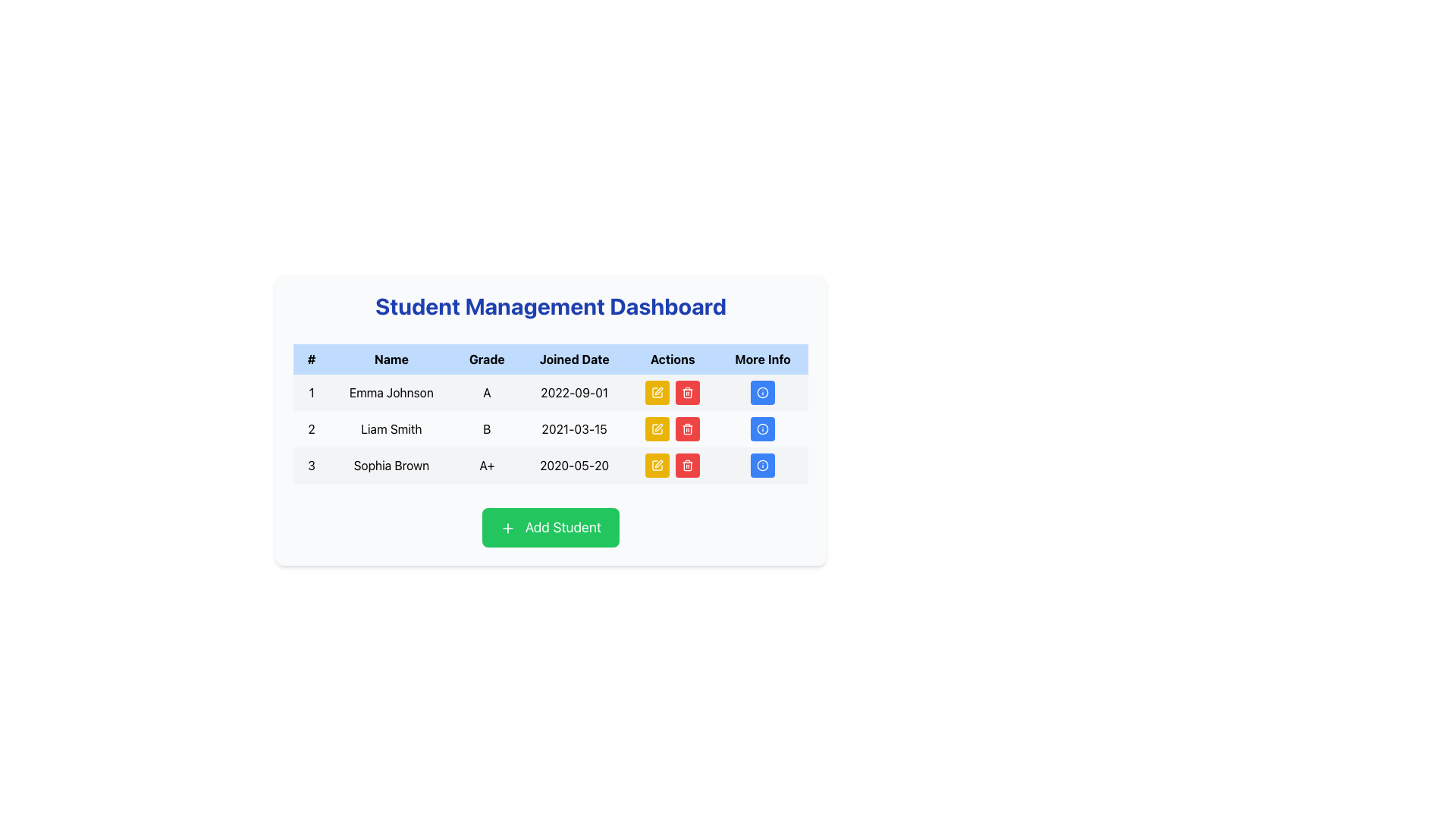 The width and height of the screenshot is (1456, 819). What do you see at coordinates (763, 464) in the screenshot?
I see `the circular information icon in the 'More Info' column of the third row for Sophia Brown` at bounding box center [763, 464].